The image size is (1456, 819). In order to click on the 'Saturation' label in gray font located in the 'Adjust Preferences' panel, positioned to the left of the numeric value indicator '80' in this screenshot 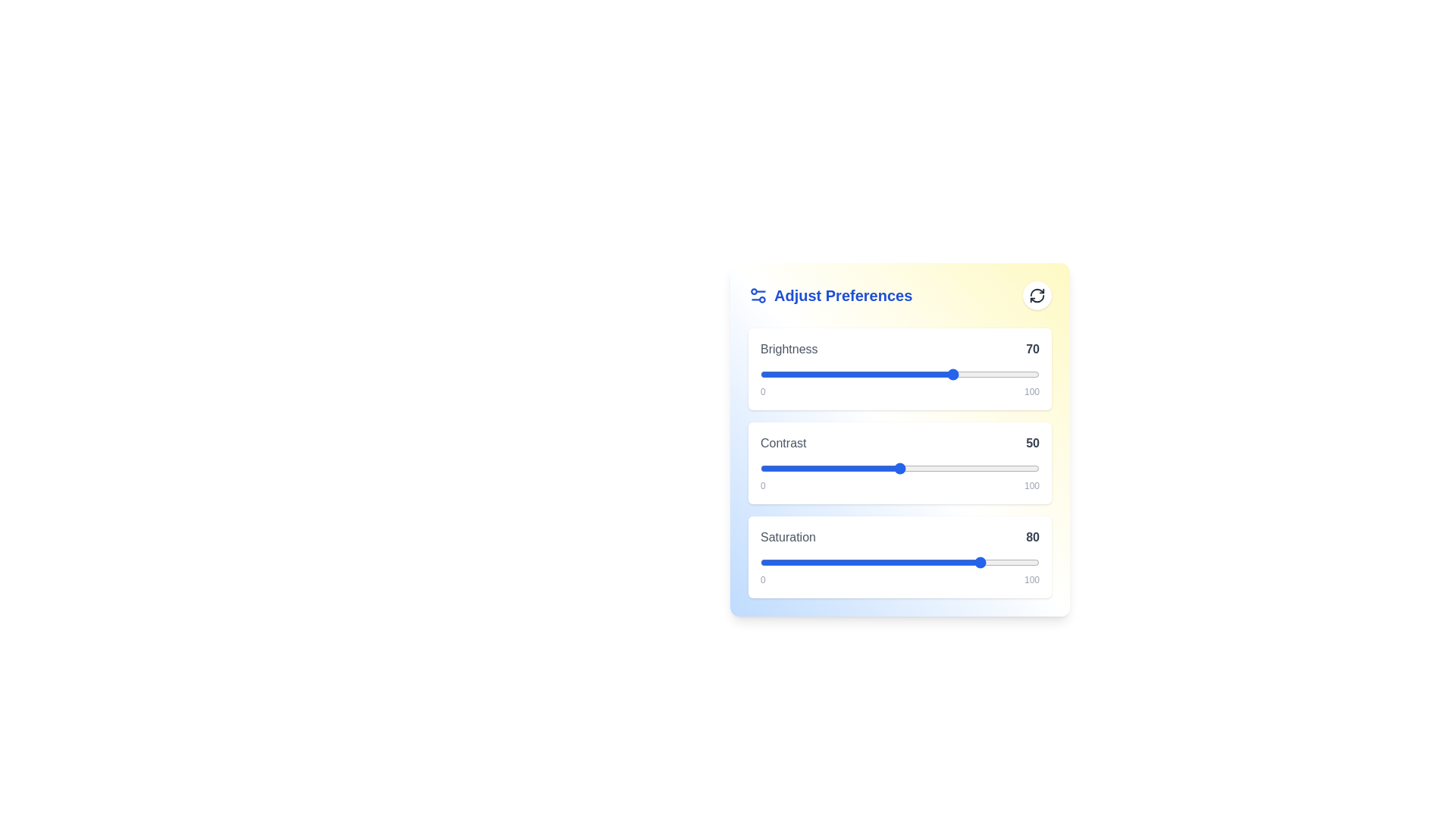, I will do `click(788, 537)`.